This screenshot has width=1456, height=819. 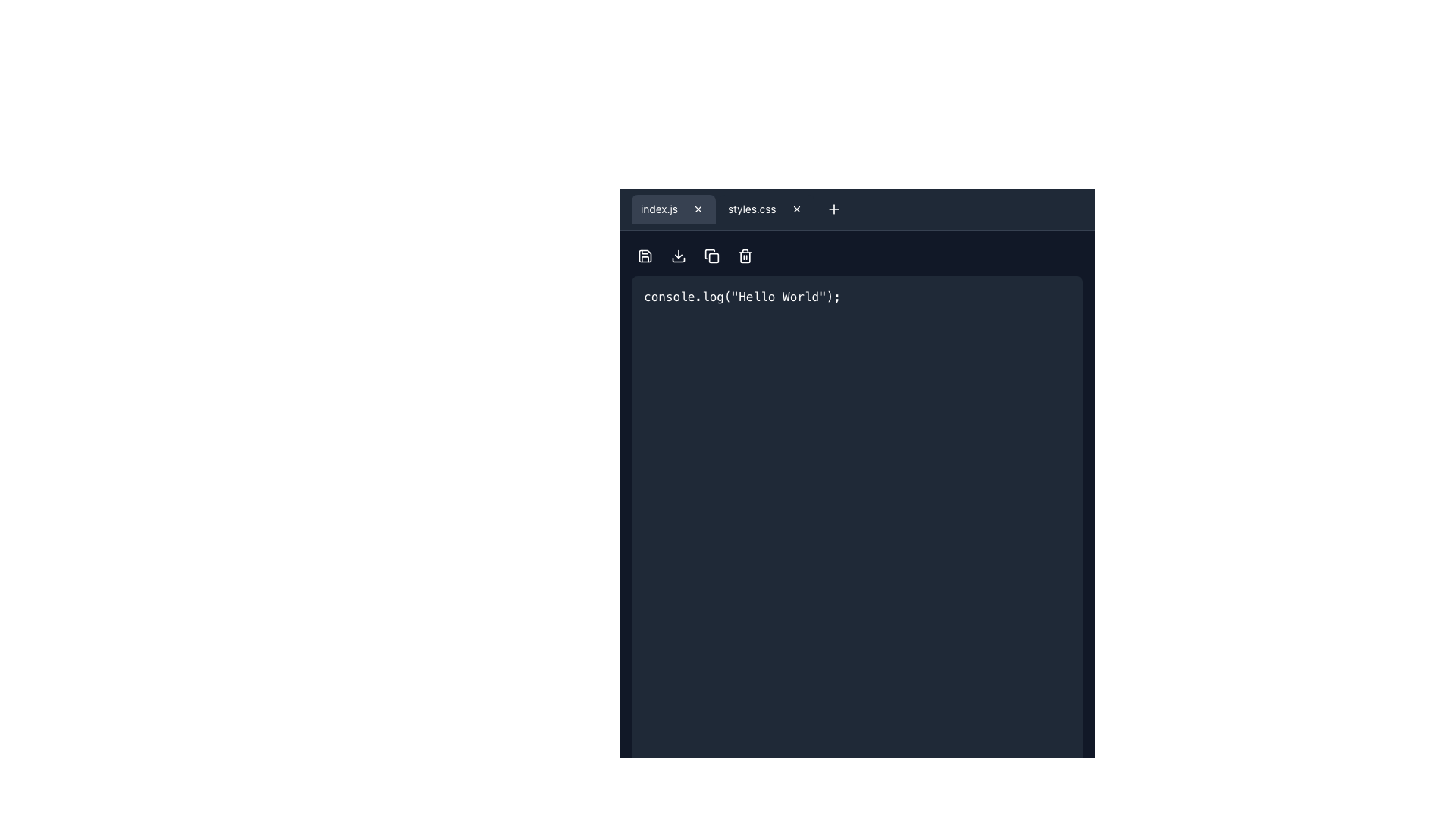 What do you see at coordinates (698, 209) in the screenshot?
I see `the close button with an SVG icon located to the right of the 'index.js' tab in the tab bar` at bounding box center [698, 209].